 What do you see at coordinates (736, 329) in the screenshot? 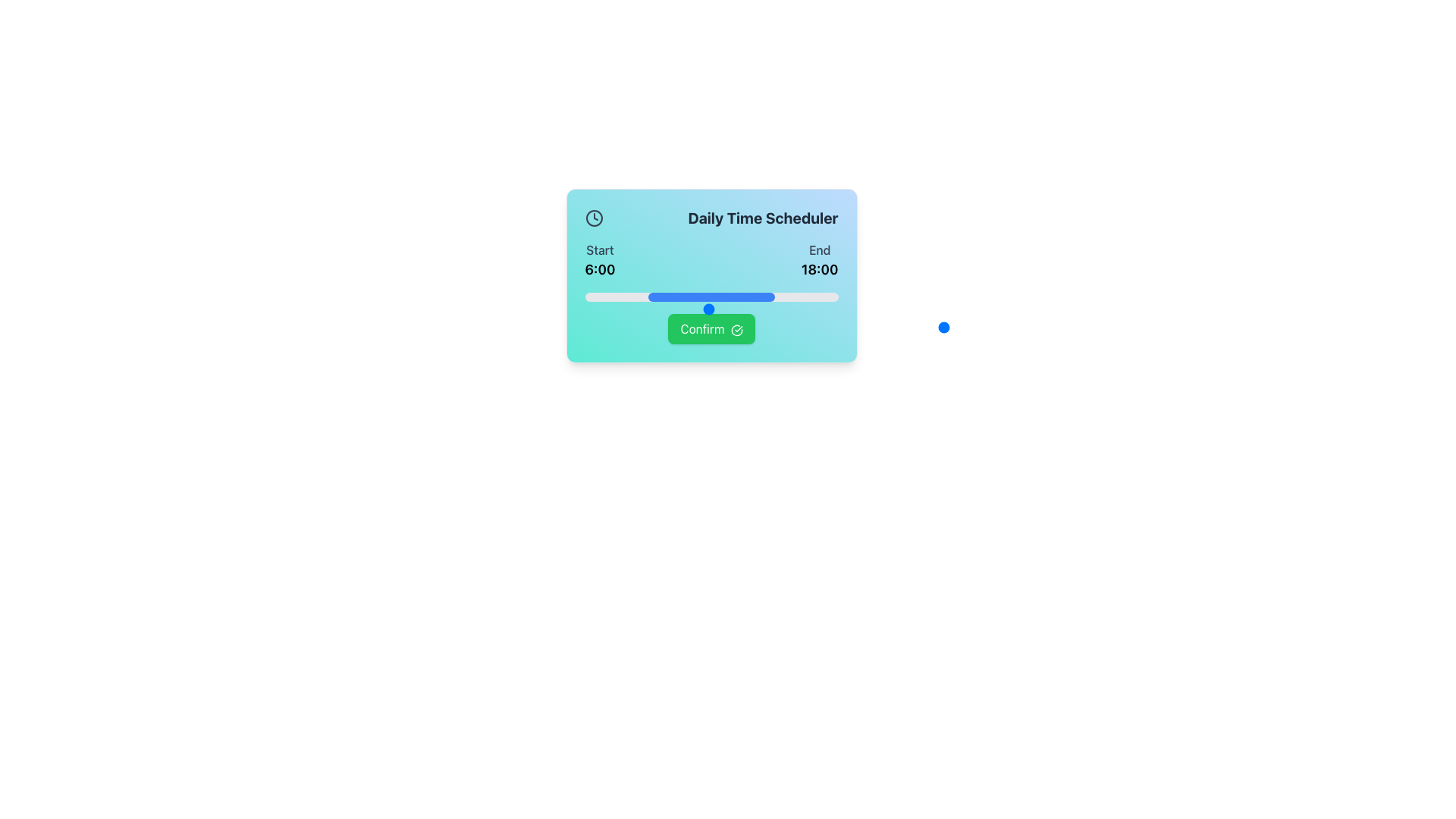
I see `the confirmation icon located within the green 'Confirm' button, positioned slightly offset from the center-right of the button` at bounding box center [736, 329].